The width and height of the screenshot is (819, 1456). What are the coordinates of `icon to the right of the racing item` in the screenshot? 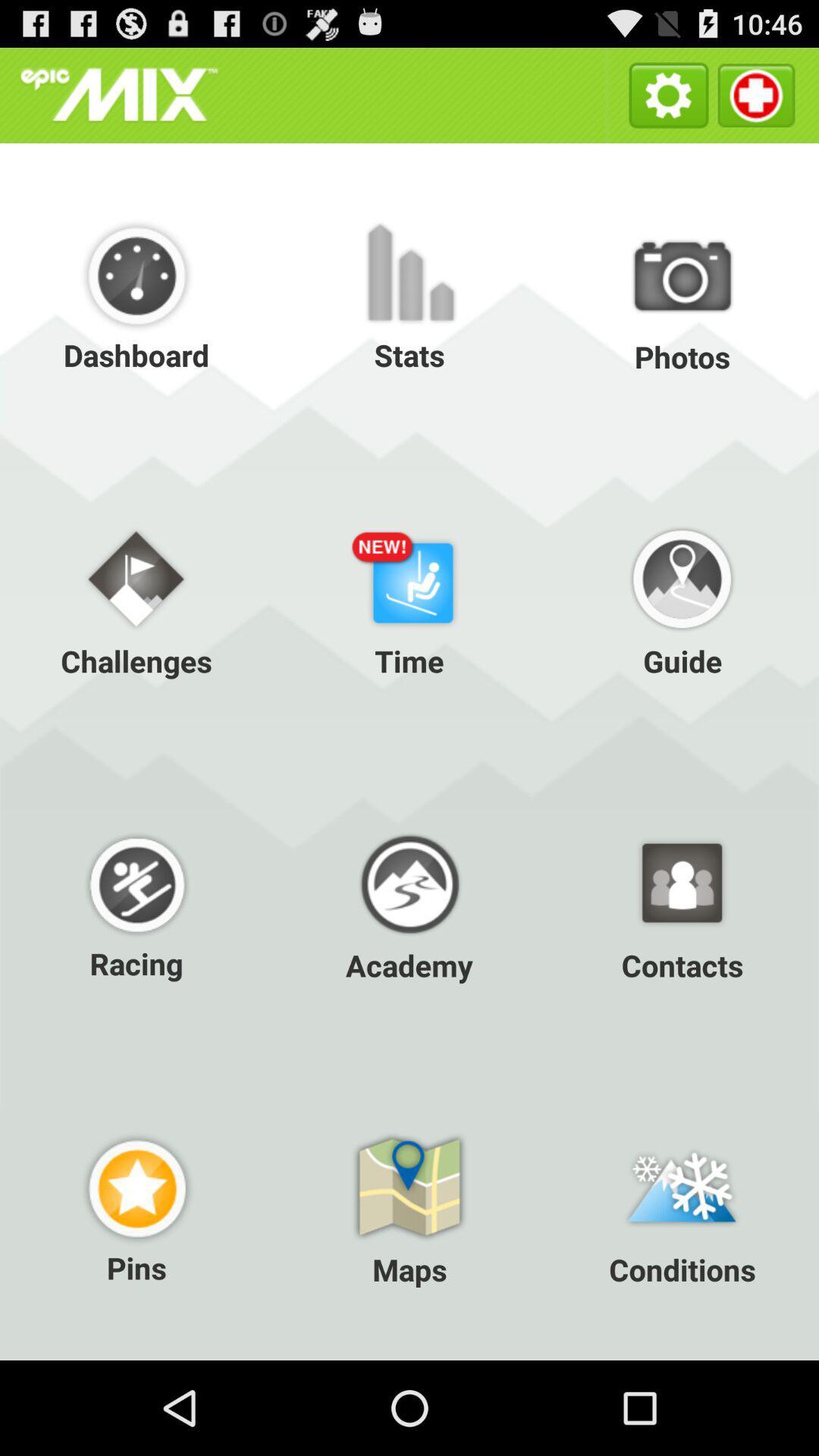 It's located at (409, 903).